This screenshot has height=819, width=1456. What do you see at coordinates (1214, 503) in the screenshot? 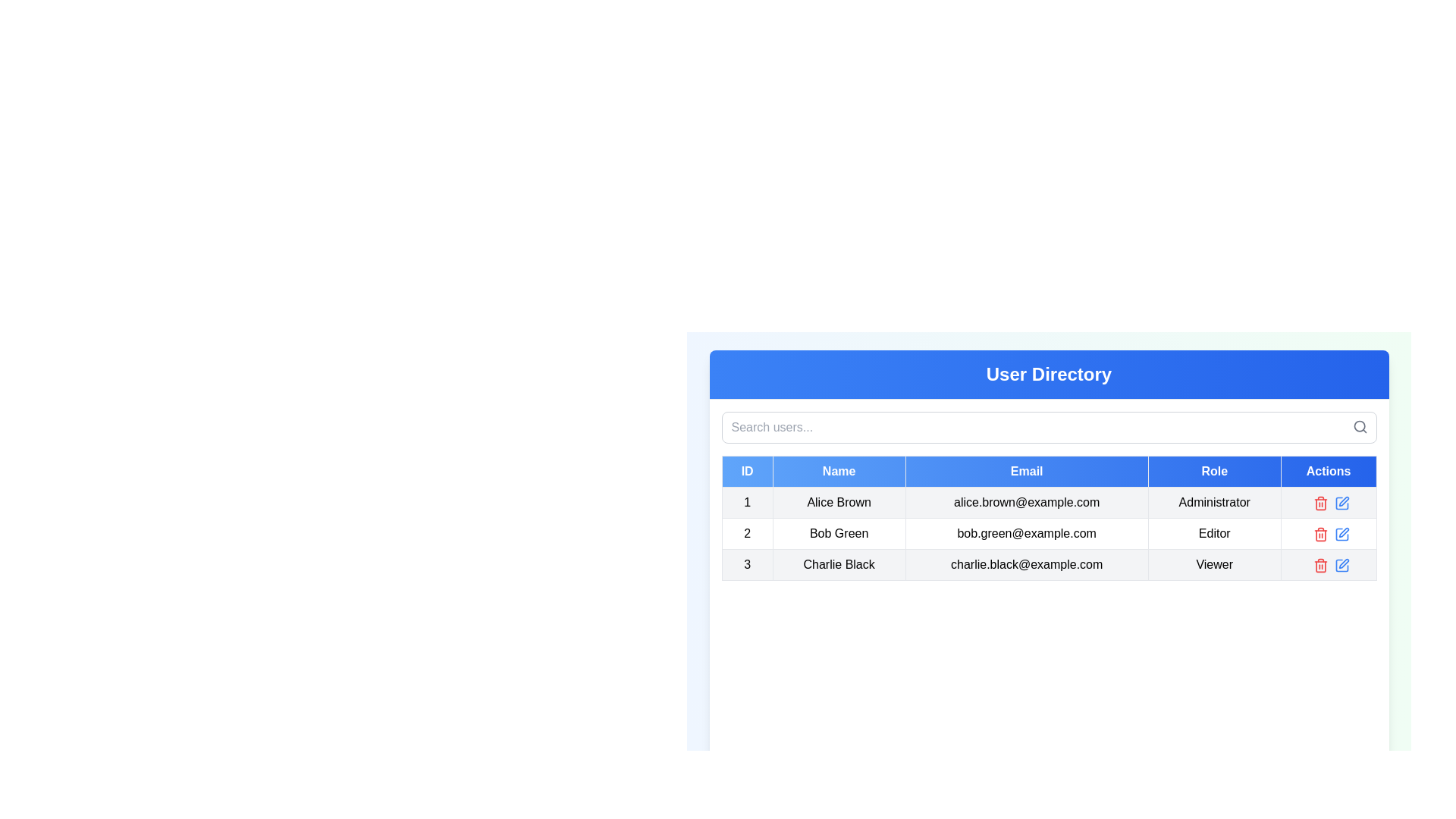
I see `the text label indicating the user's role as 'Administrator' in the User Directory table` at bounding box center [1214, 503].